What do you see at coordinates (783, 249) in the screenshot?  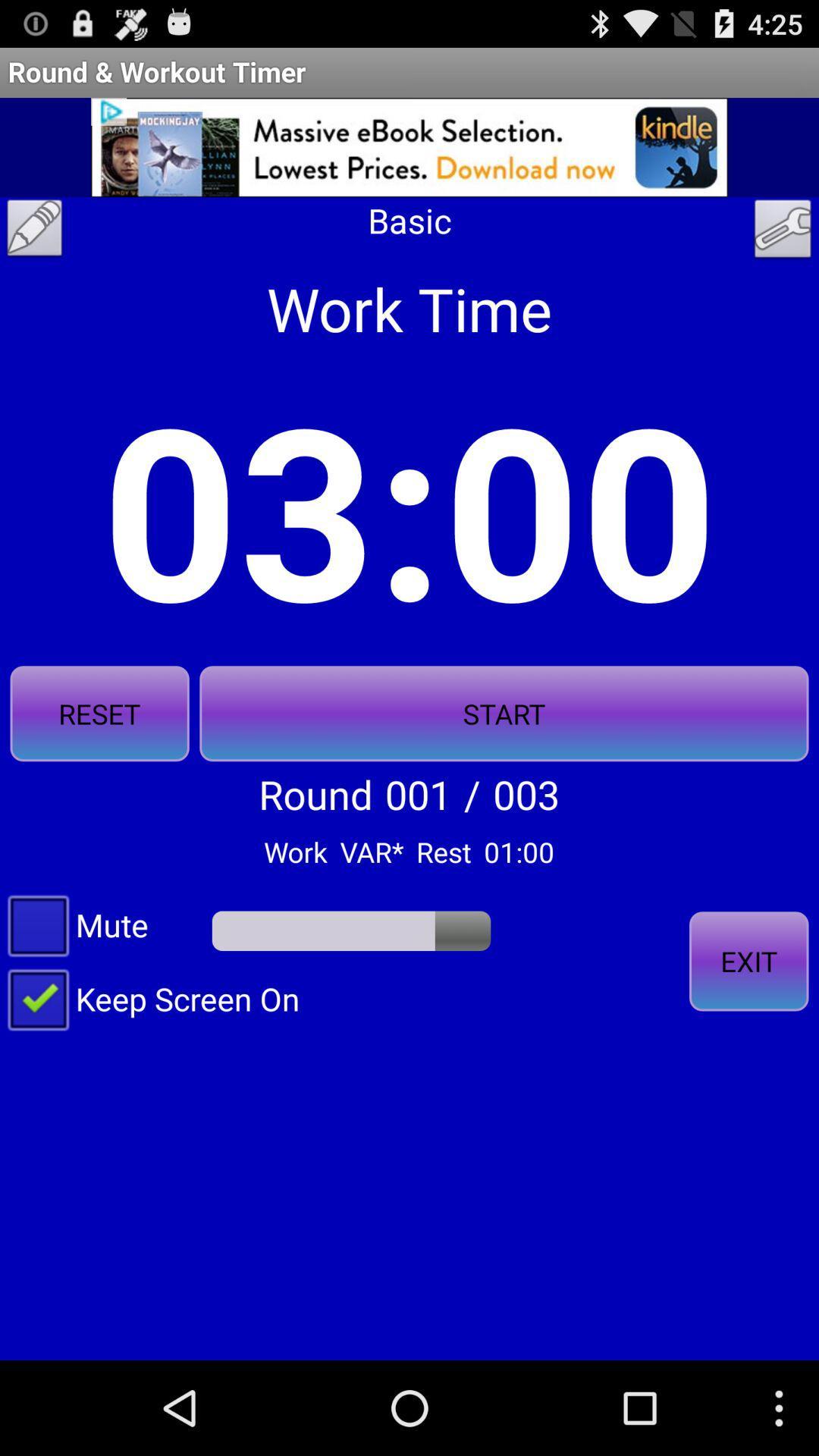 I see `the build icon` at bounding box center [783, 249].